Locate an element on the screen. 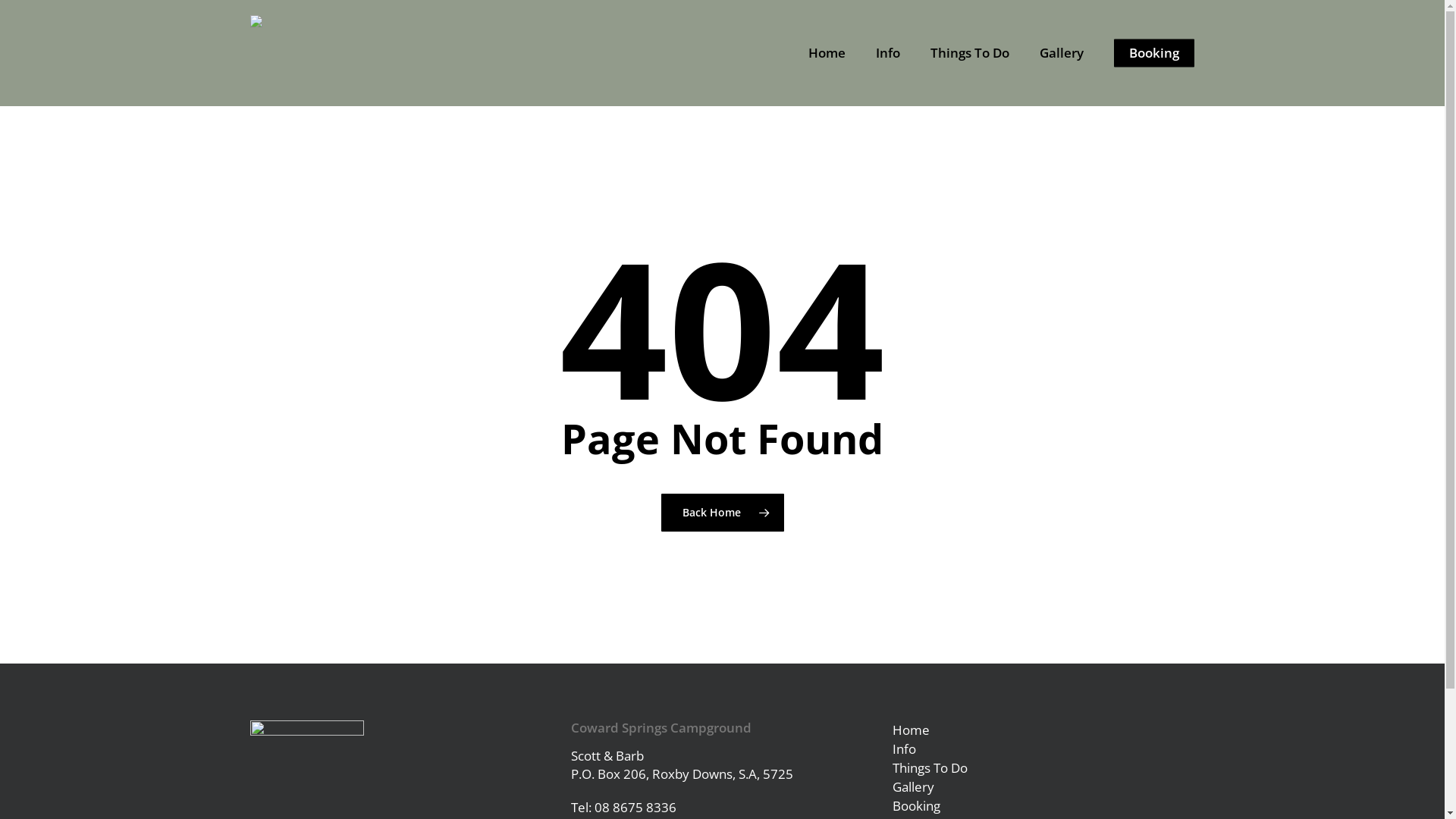 The height and width of the screenshot is (819, 1456). 'Info' is located at coordinates (876, 52).